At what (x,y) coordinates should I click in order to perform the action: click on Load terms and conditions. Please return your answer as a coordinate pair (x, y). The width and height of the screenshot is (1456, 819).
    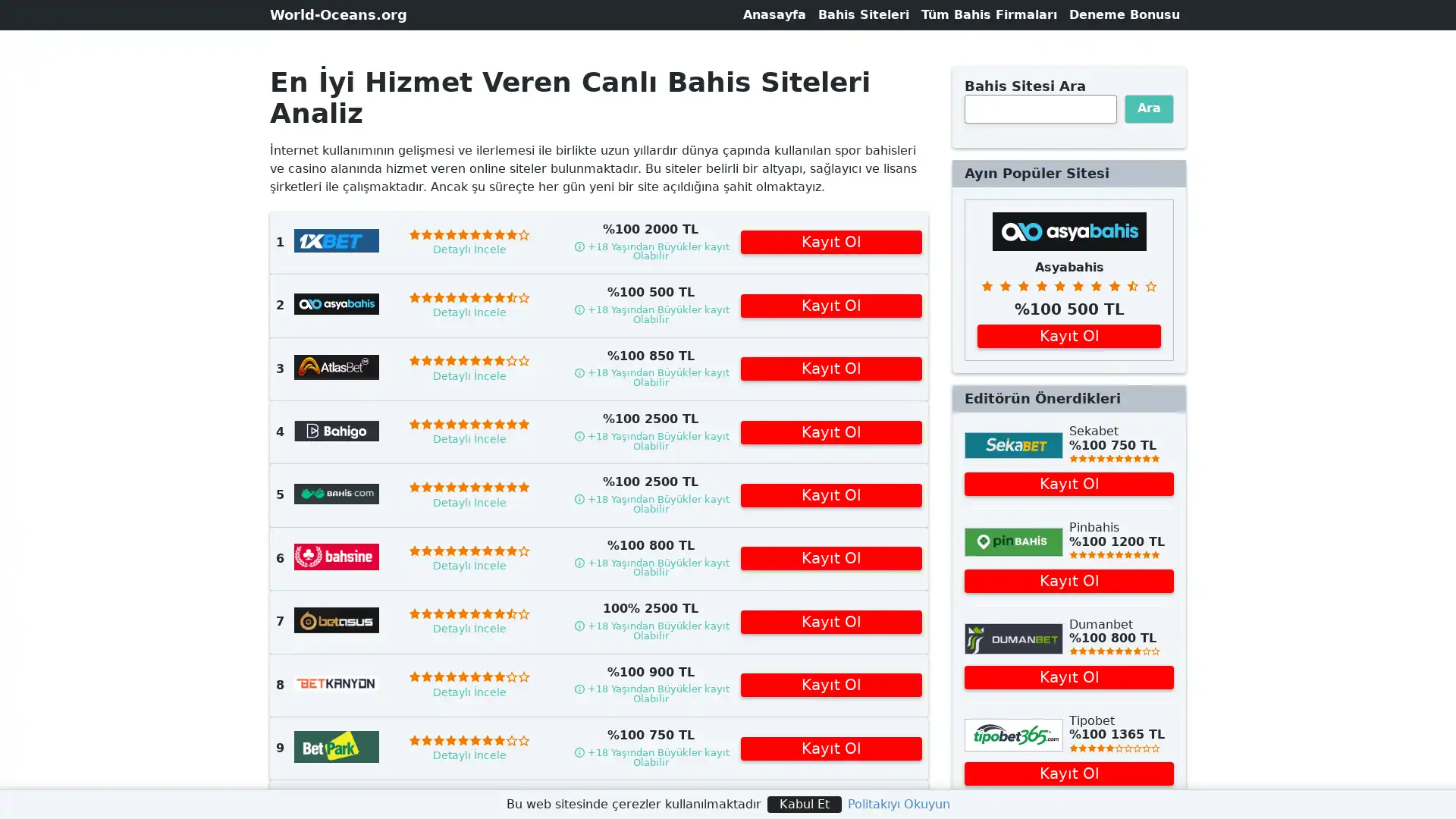
    Looking at the image, I should click on (650, 757).